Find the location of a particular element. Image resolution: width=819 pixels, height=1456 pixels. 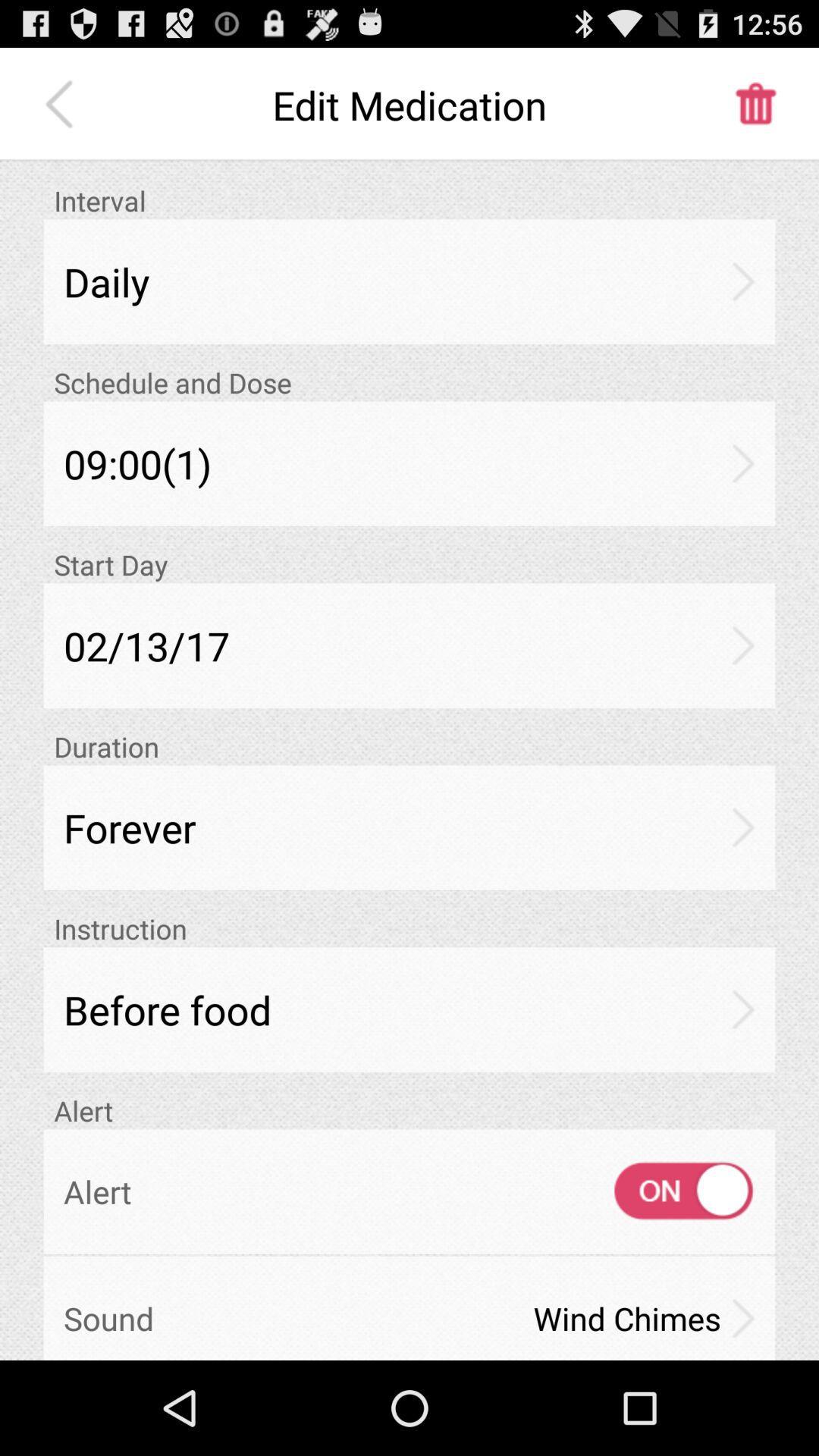

the delete icon is located at coordinates (755, 111).